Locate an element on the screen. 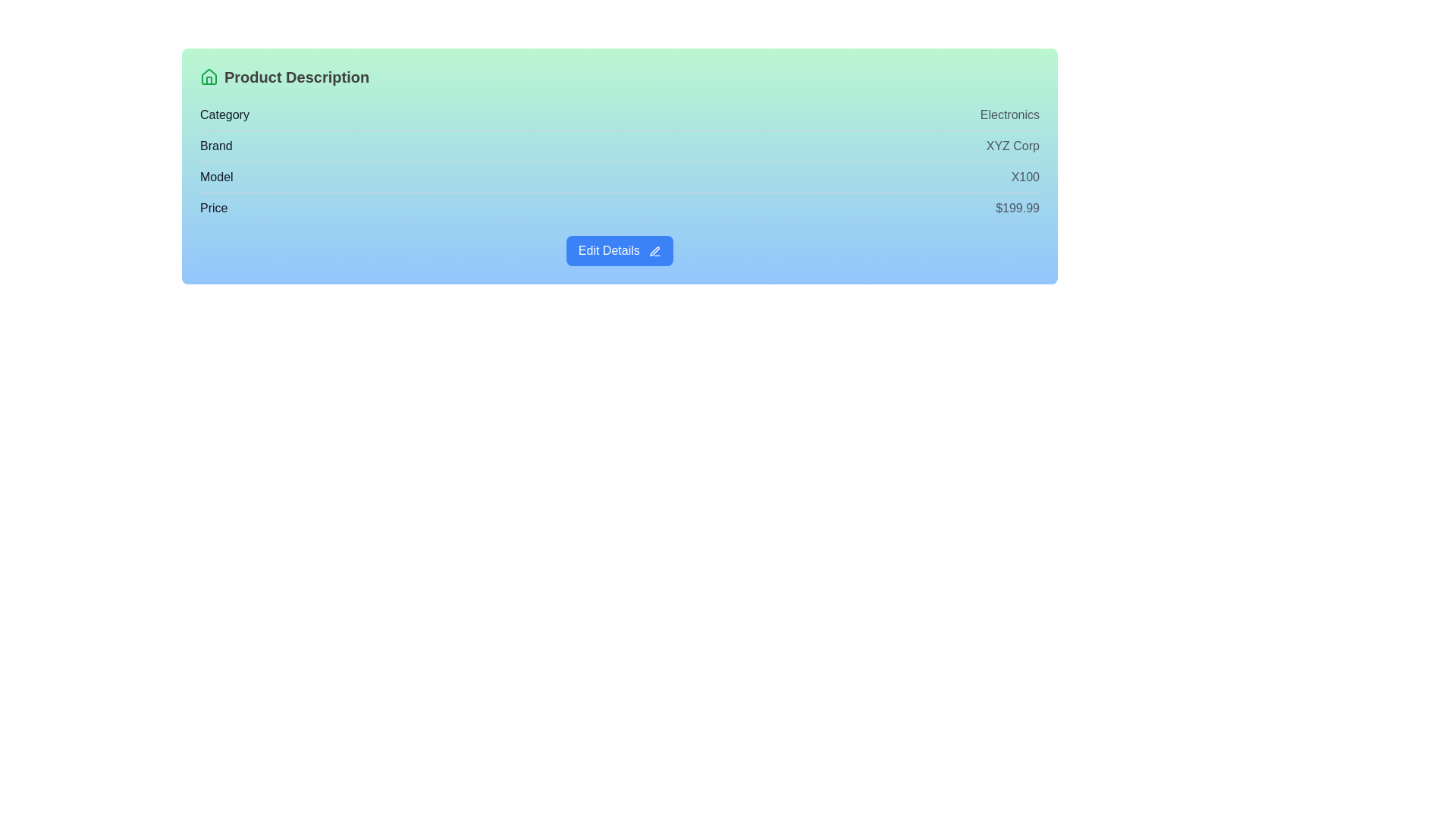 The image size is (1456, 819). the pen icon located inside the blue button labeled 'Edit Details', which is positioned to the right of the text in the button is located at coordinates (655, 250).